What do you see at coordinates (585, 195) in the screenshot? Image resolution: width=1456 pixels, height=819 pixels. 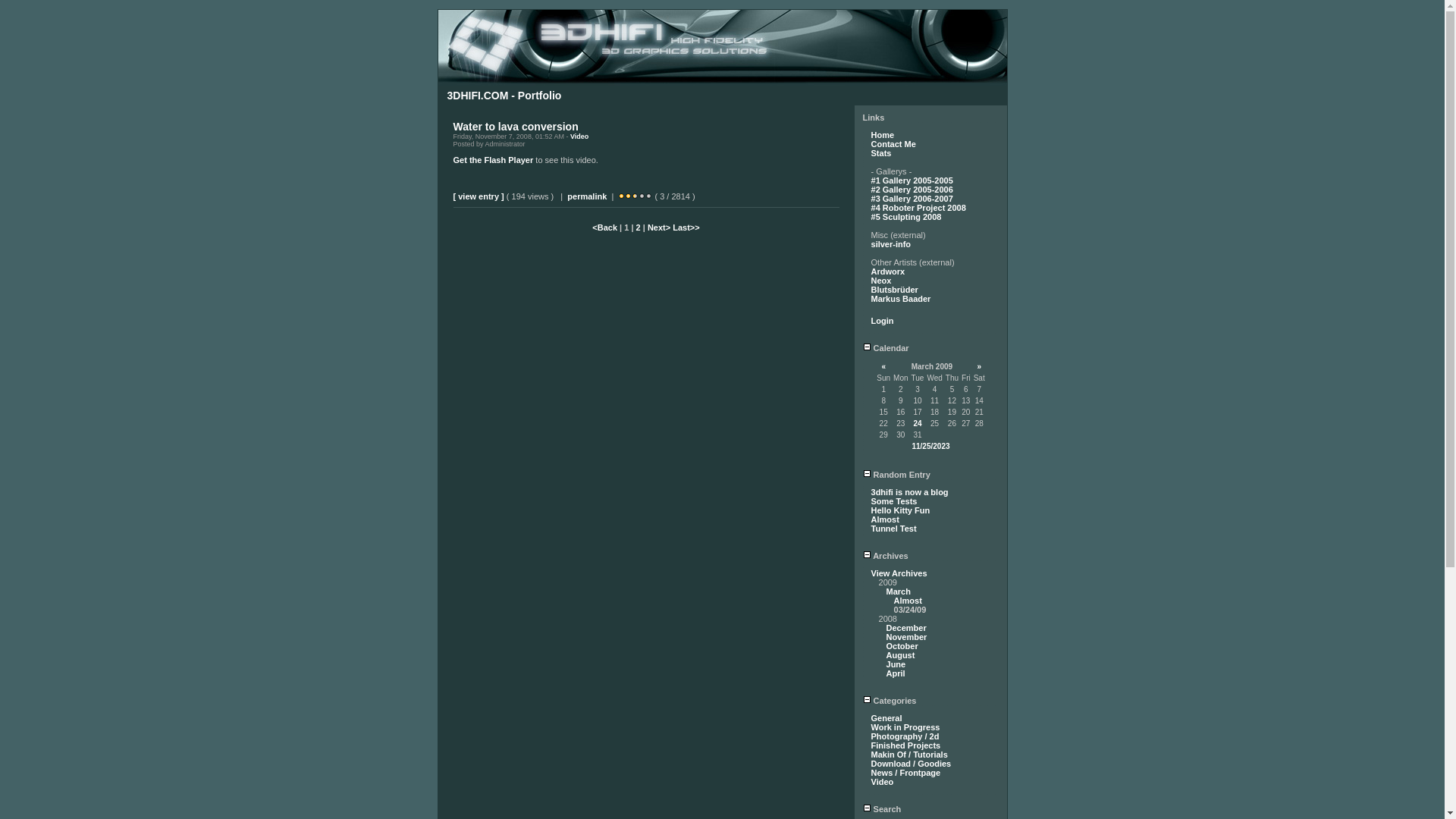 I see `'permalink'` at bounding box center [585, 195].